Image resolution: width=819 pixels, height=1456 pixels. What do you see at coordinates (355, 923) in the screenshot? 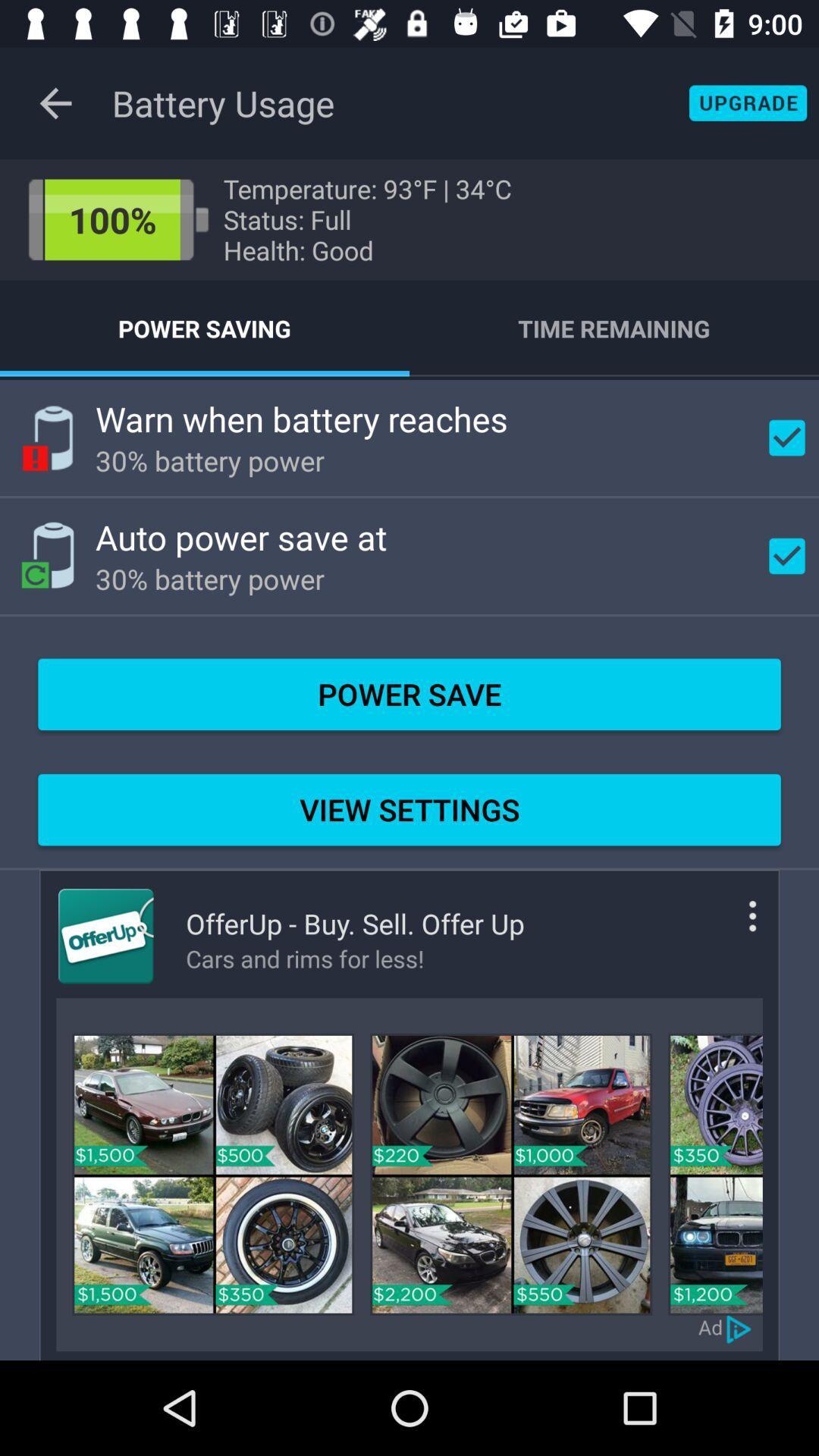
I see `the offerup buy sell item` at bounding box center [355, 923].